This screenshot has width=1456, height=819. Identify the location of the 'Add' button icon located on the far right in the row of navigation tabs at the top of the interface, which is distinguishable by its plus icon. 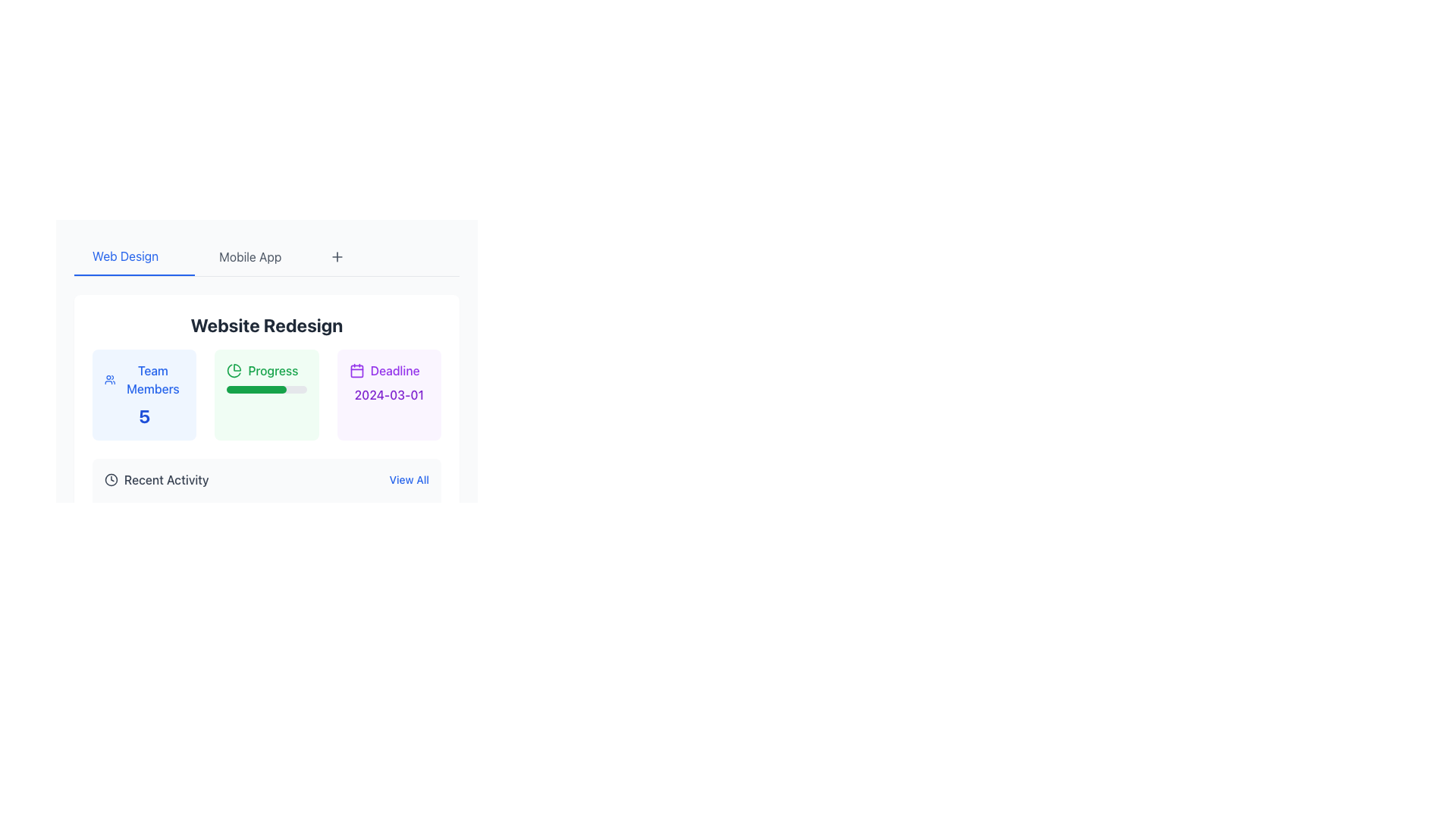
(337, 256).